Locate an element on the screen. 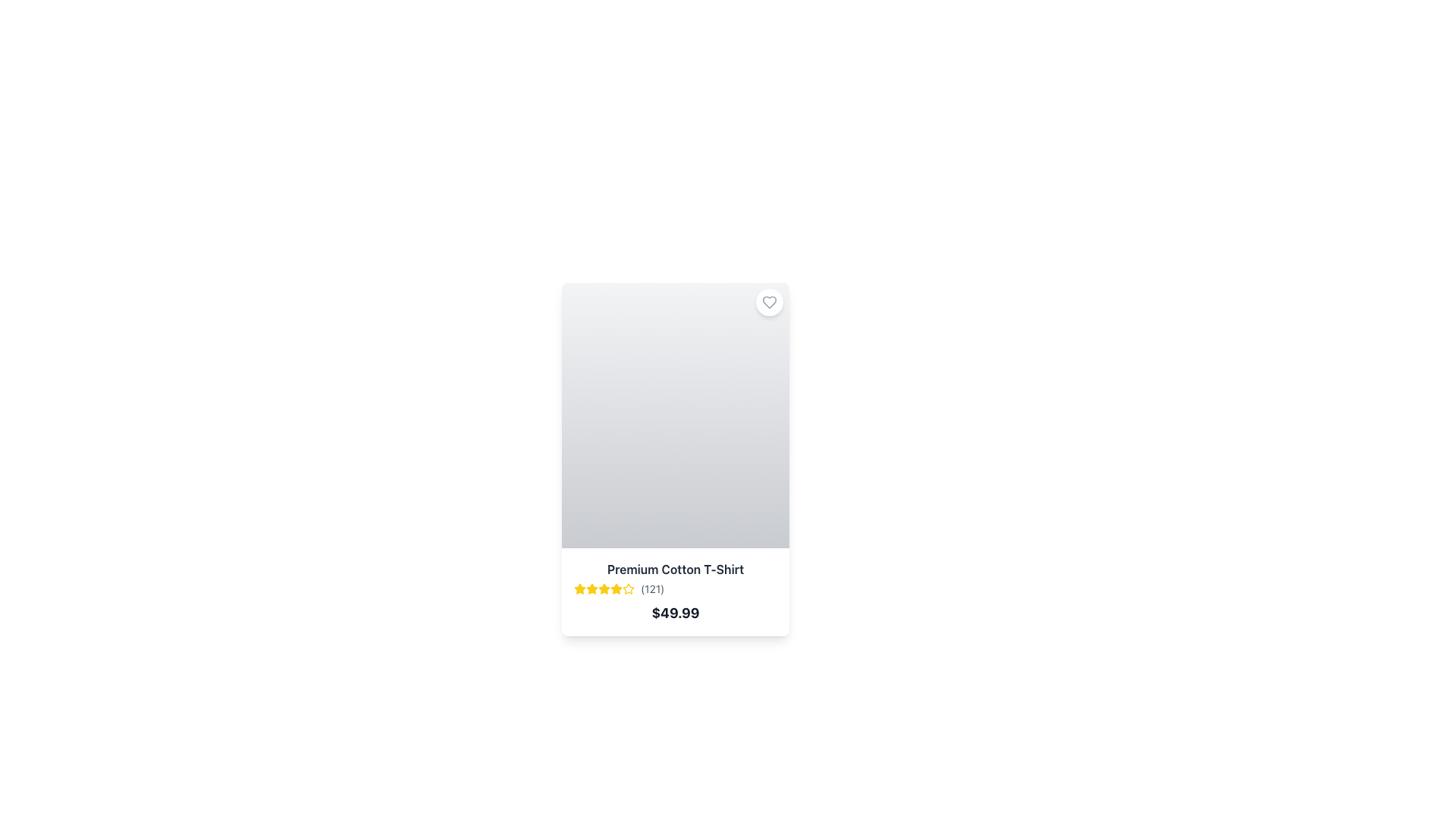  the favorite button located at the top-right corner of the product display card is located at coordinates (769, 302).